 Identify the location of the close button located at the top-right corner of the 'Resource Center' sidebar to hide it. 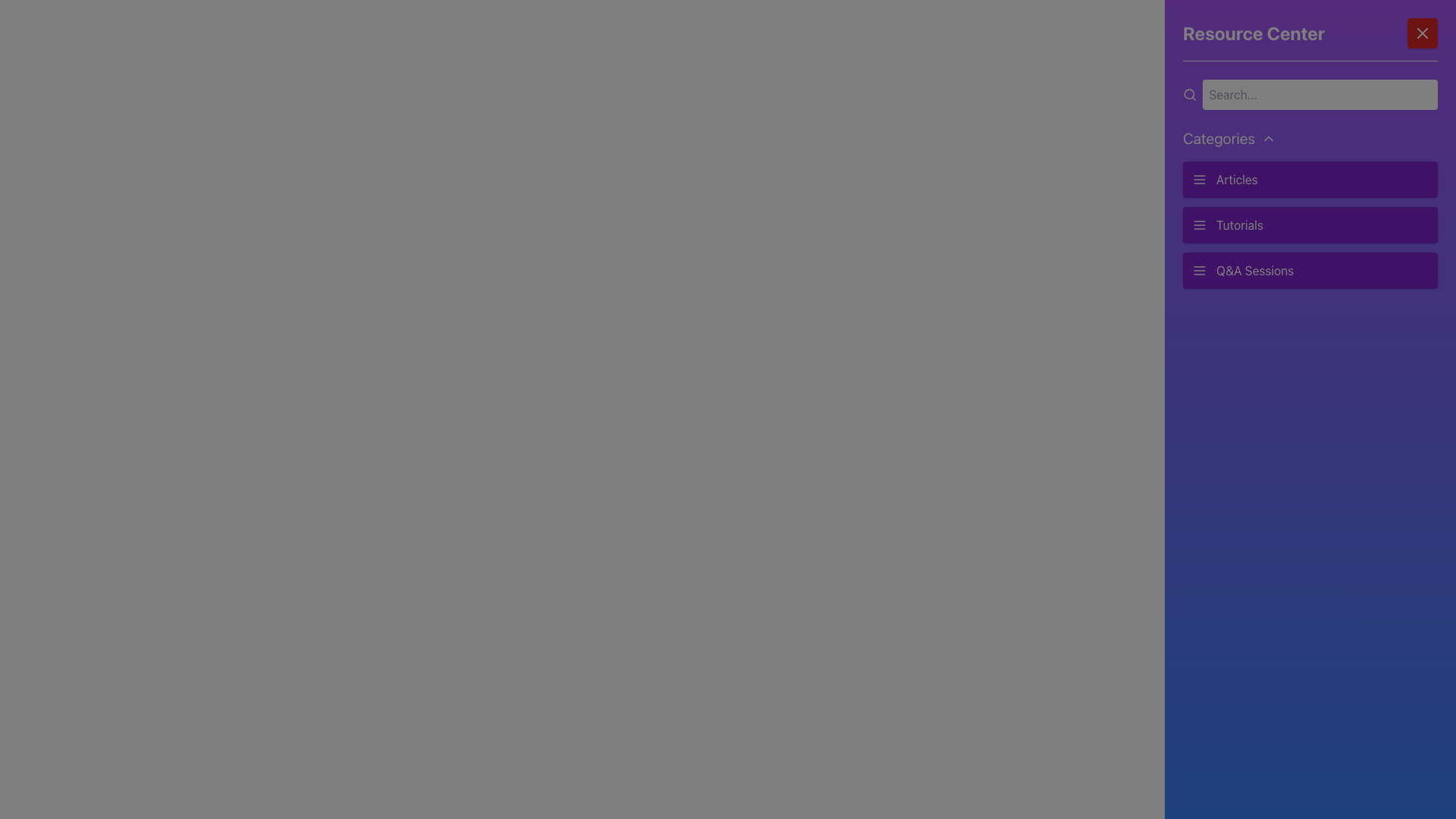
(1422, 33).